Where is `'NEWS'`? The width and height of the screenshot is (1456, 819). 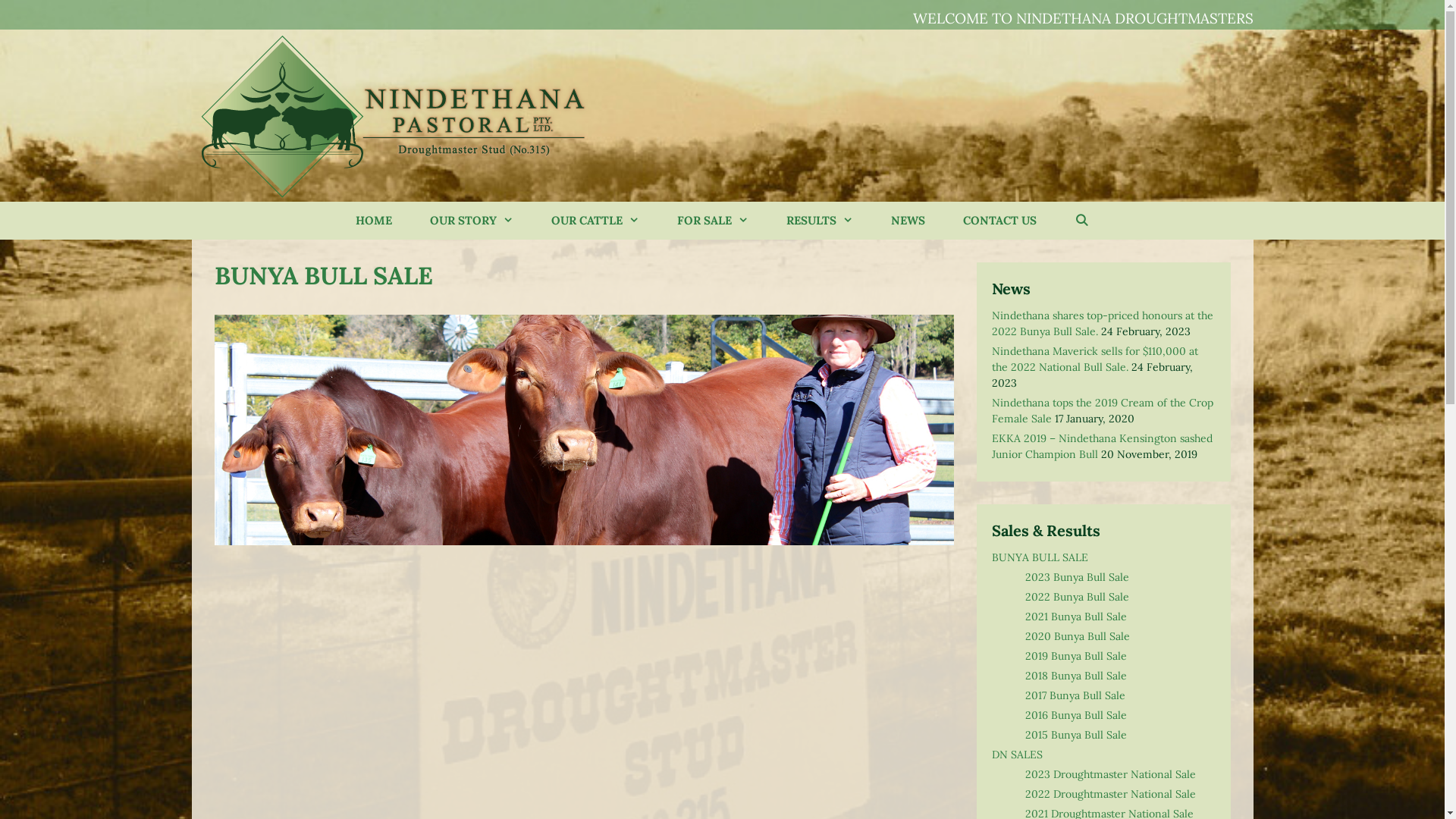
'NEWS' is located at coordinates (908, 220).